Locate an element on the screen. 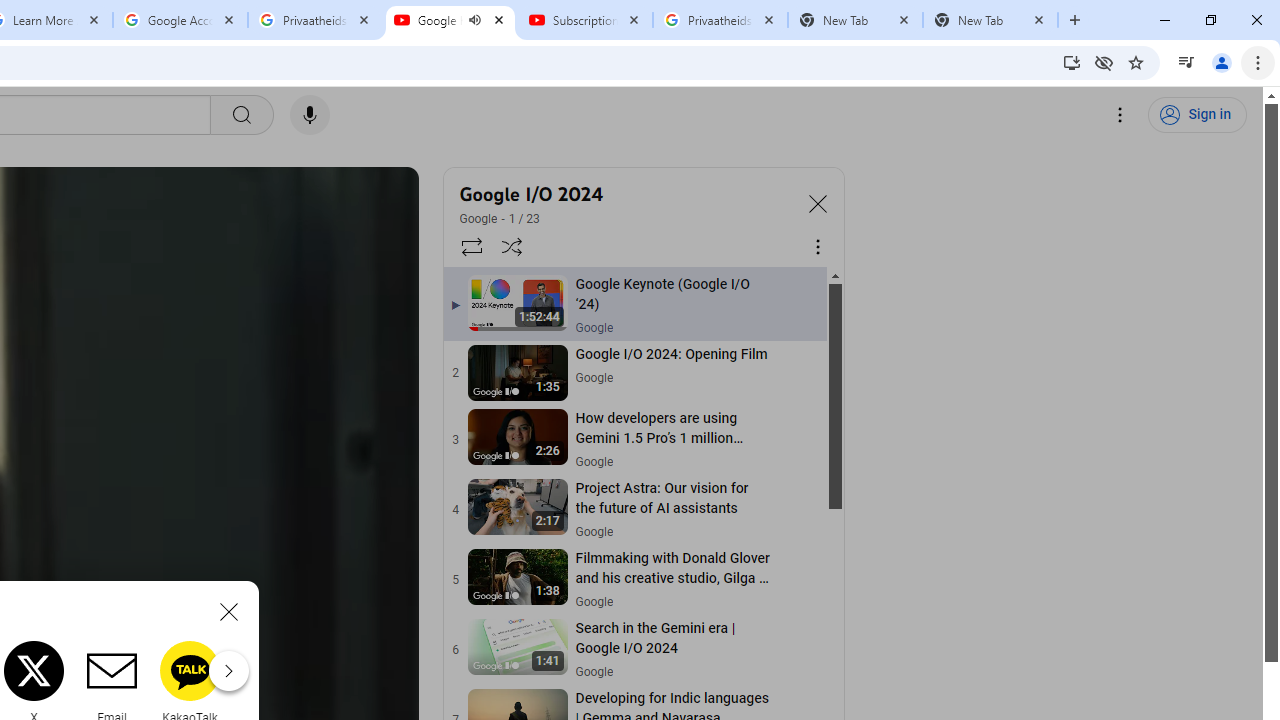 Image resolution: width=1280 pixels, height=720 pixels. 'Search with your voice' is located at coordinates (308, 115).